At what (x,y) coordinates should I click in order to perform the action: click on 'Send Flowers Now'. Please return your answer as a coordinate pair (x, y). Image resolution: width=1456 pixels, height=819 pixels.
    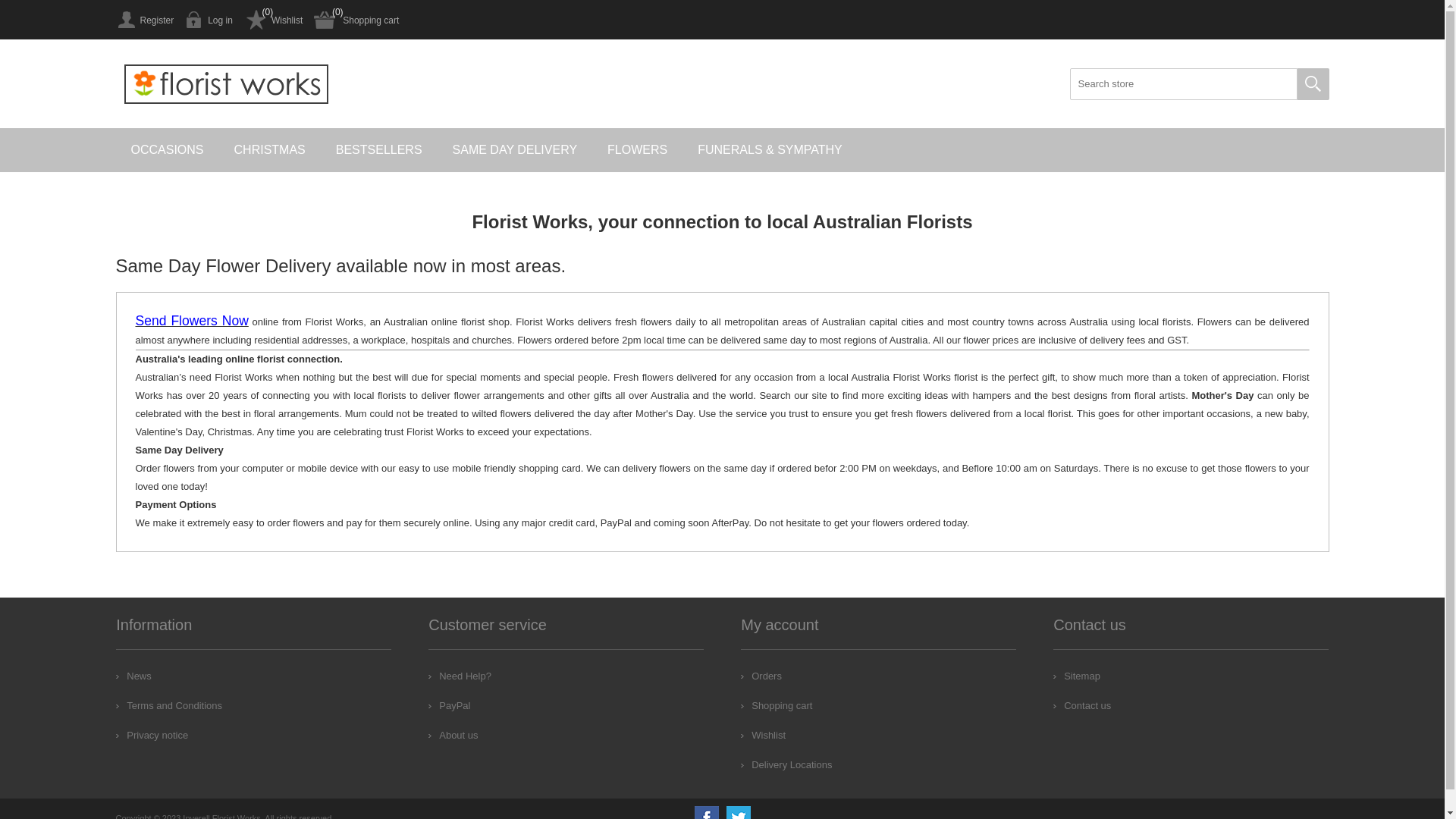
    Looking at the image, I should click on (190, 321).